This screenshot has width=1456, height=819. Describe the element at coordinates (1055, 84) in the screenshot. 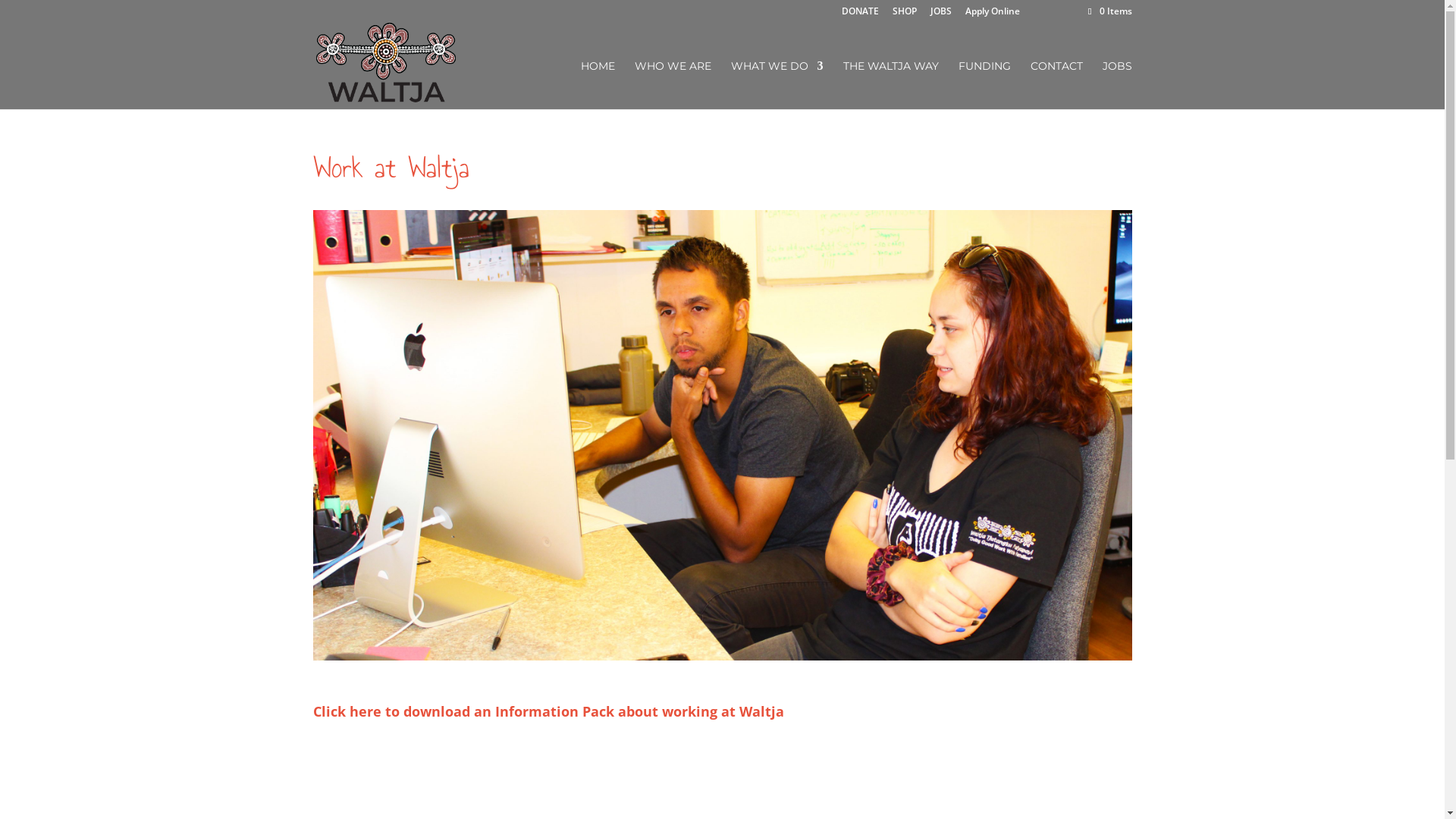

I see `'CONTACT'` at that location.